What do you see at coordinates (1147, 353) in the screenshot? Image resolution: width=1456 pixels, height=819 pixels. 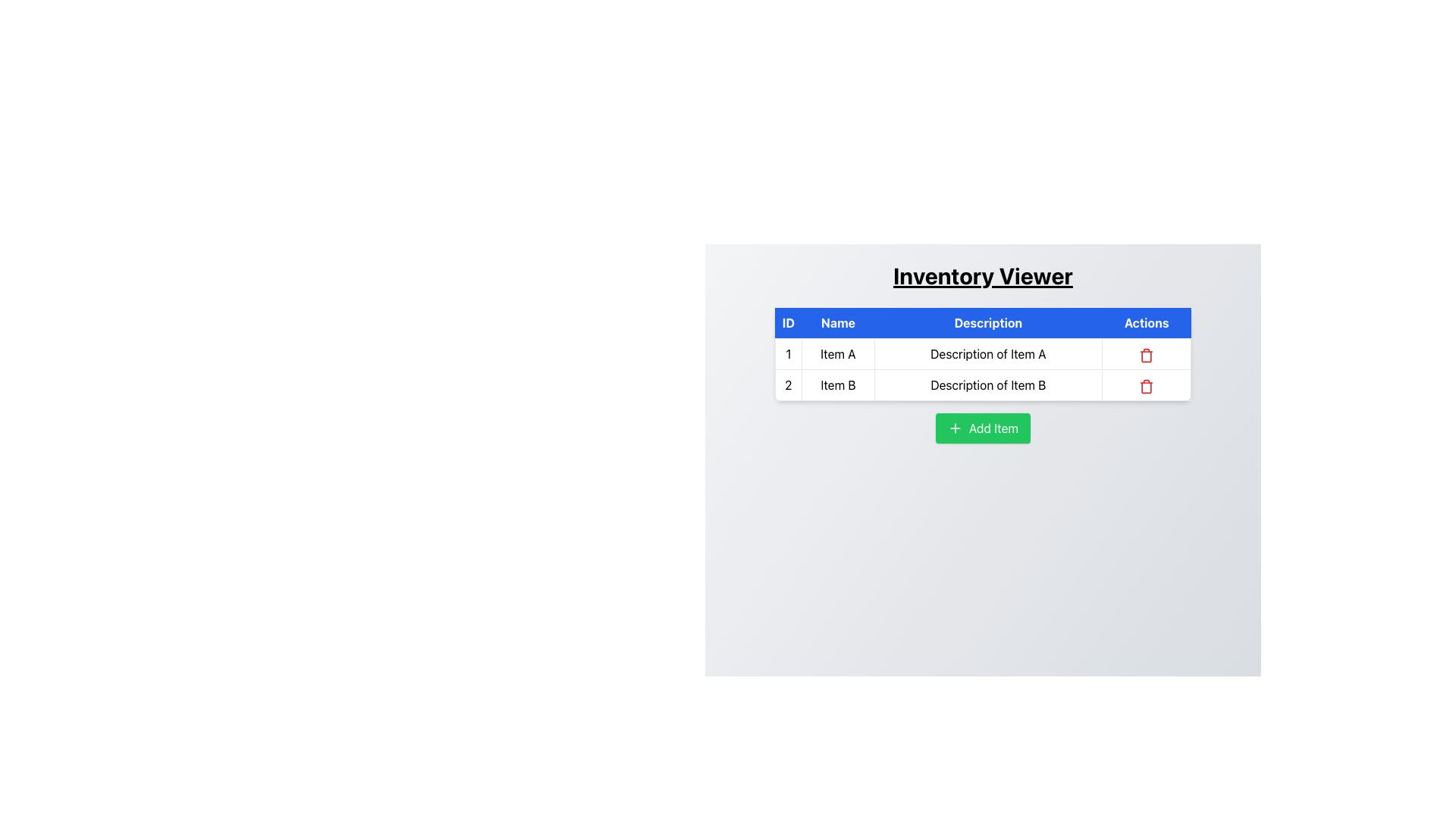 I see `the delete button represented by an icon in the Actions column of the first row for 'Description of Item A'` at bounding box center [1147, 353].